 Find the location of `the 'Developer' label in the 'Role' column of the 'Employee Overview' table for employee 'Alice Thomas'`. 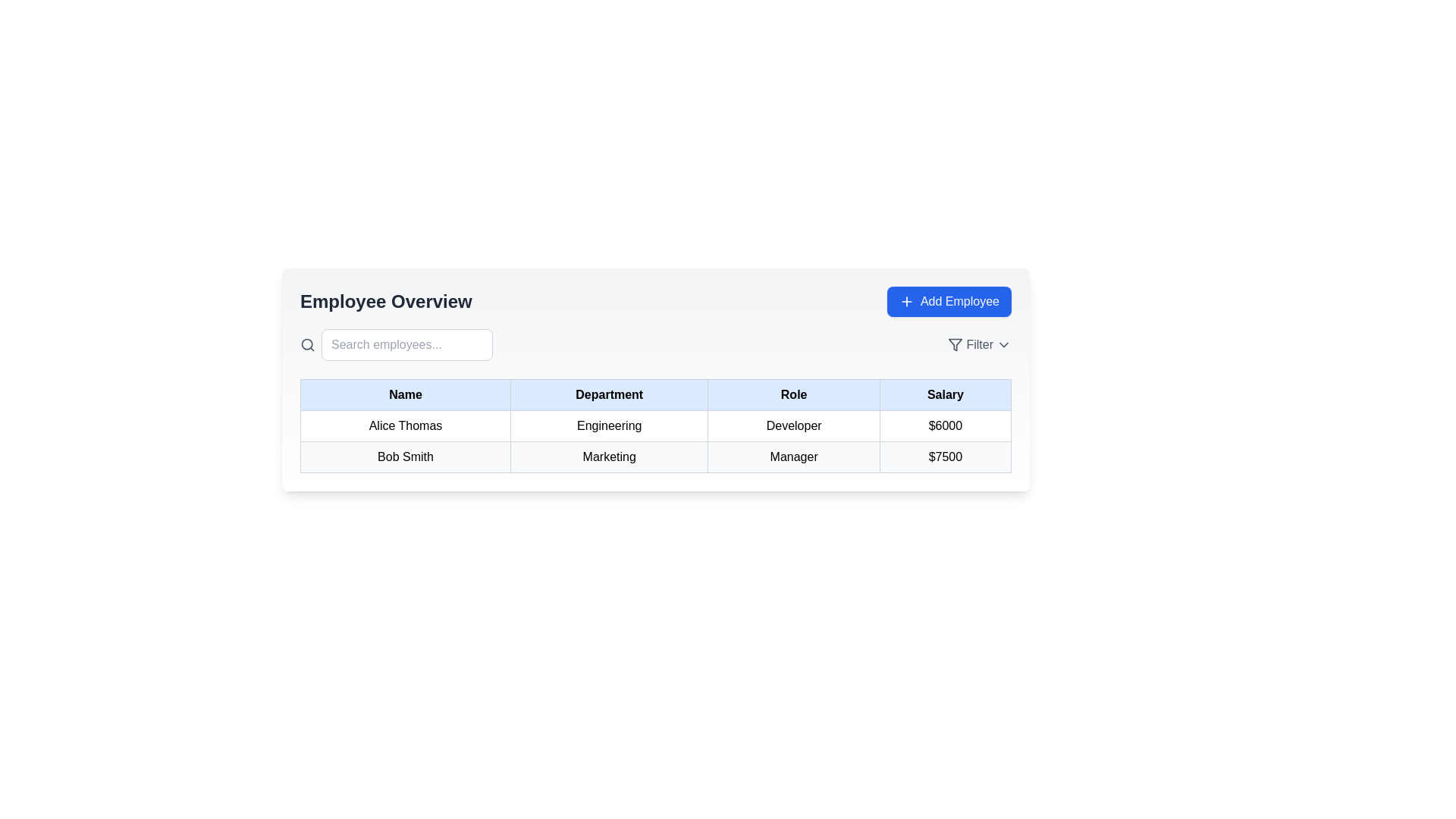

the 'Developer' label in the 'Role' column of the 'Employee Overview' table for employee 'Alice Thomas' is located at coordinates (793, 426).